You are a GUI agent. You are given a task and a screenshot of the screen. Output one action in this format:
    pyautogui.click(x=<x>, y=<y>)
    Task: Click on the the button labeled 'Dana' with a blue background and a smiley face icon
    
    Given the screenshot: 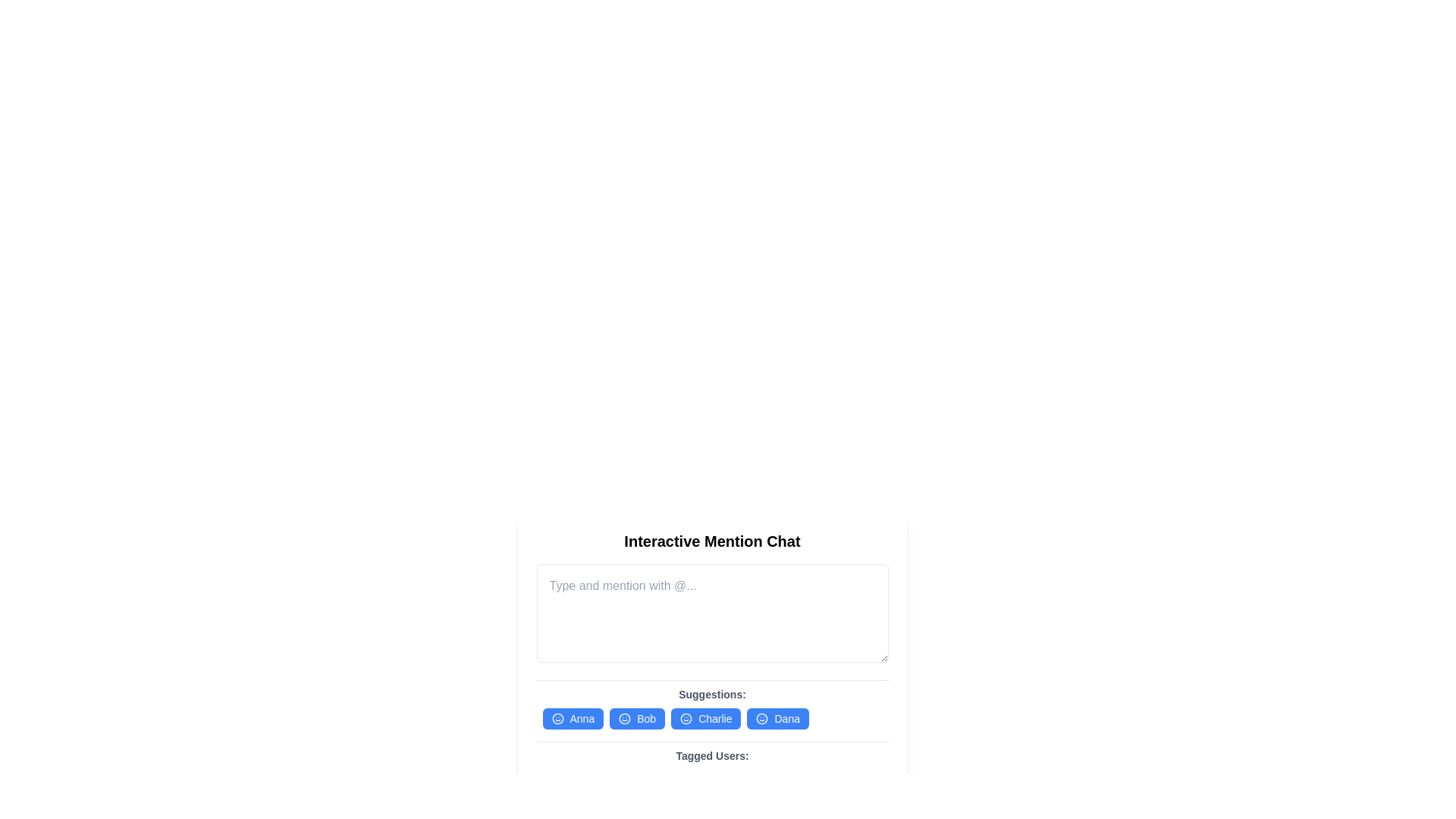 What is the action you would take?
    pyautogui.click(x=778, y=718)
    